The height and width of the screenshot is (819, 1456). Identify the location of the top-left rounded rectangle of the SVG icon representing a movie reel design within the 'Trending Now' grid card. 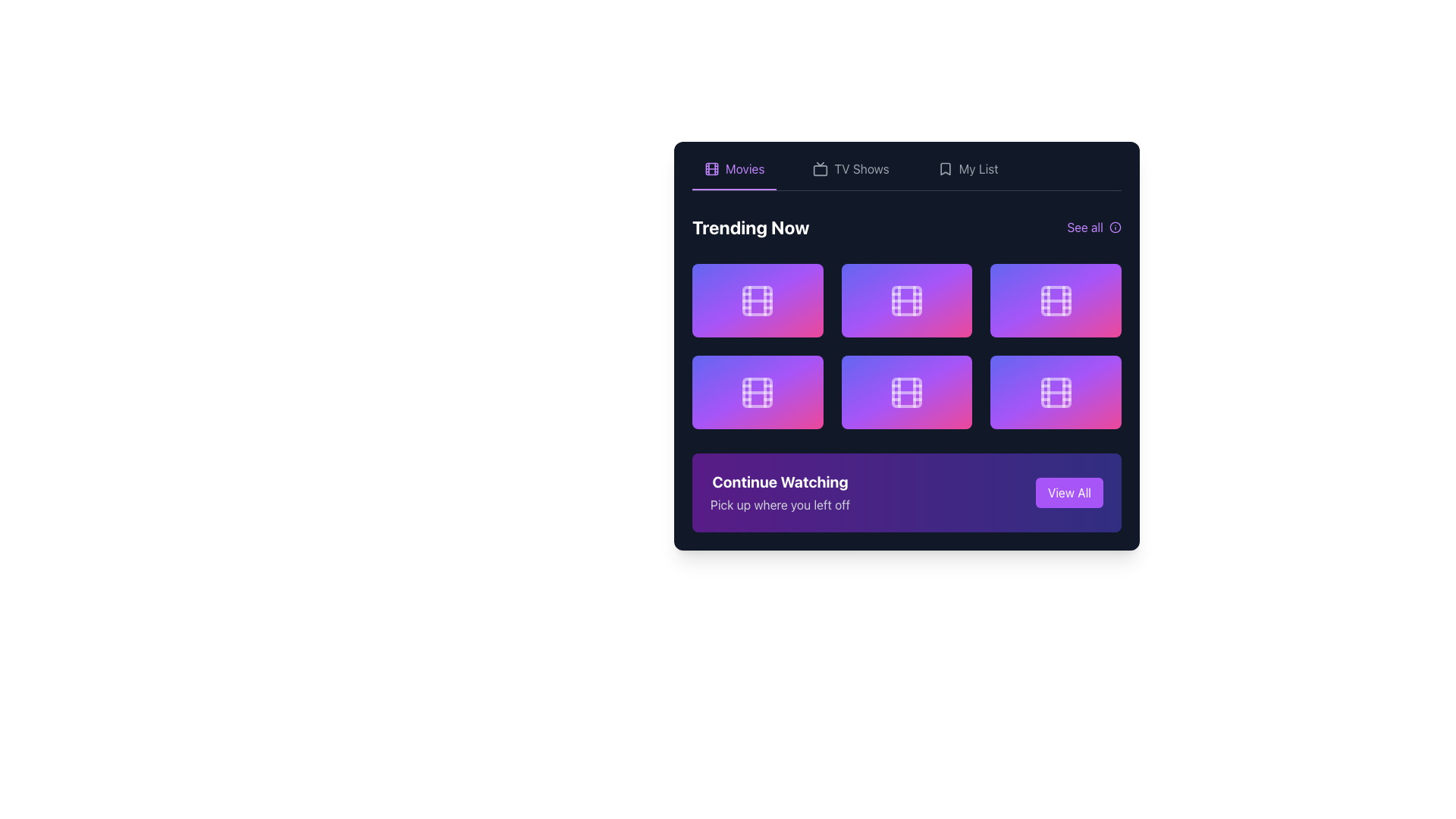
(1055, 391).